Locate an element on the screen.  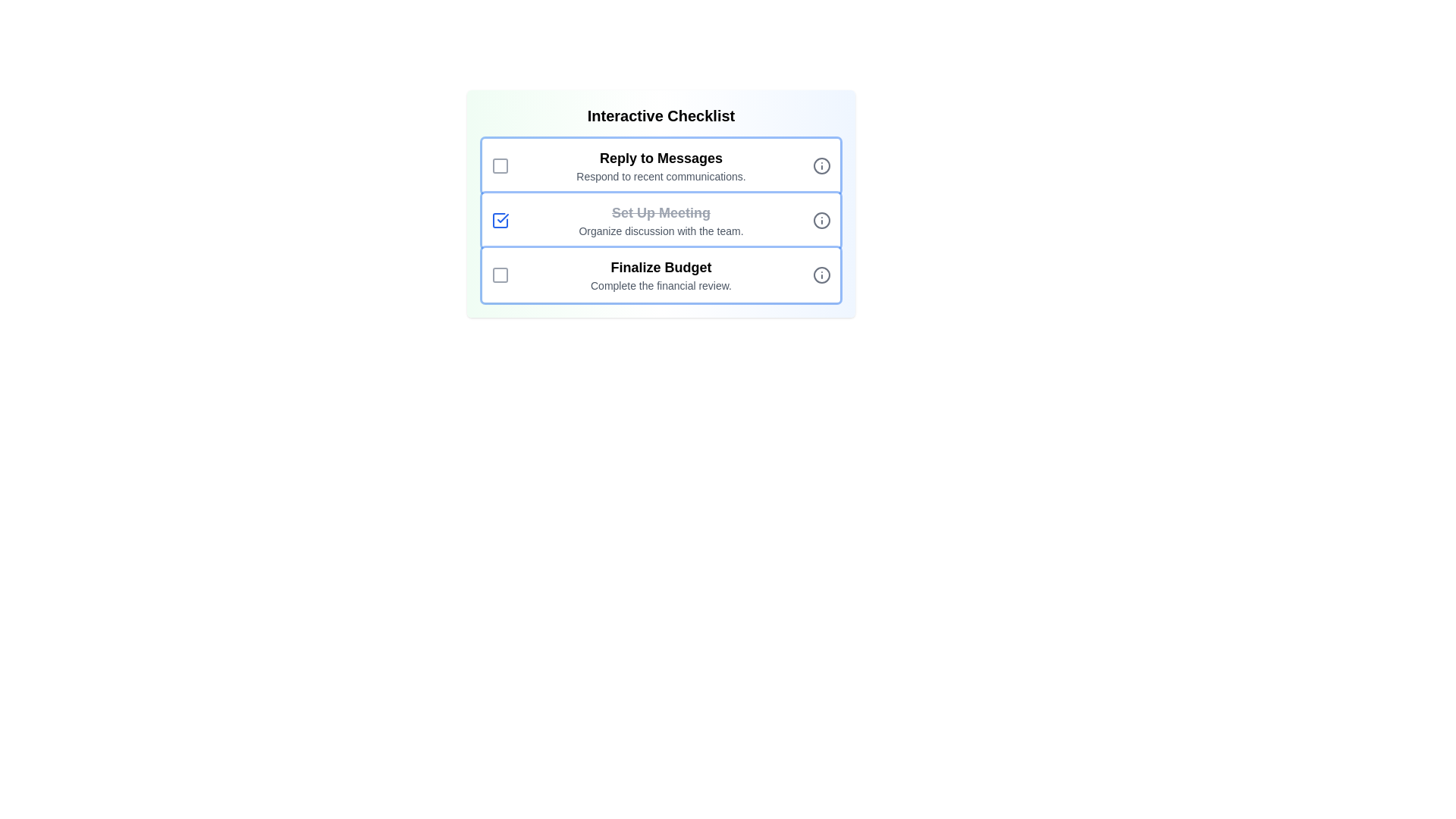
the information icon next to the task Finalize Budget is located at coordinates (821, 275).